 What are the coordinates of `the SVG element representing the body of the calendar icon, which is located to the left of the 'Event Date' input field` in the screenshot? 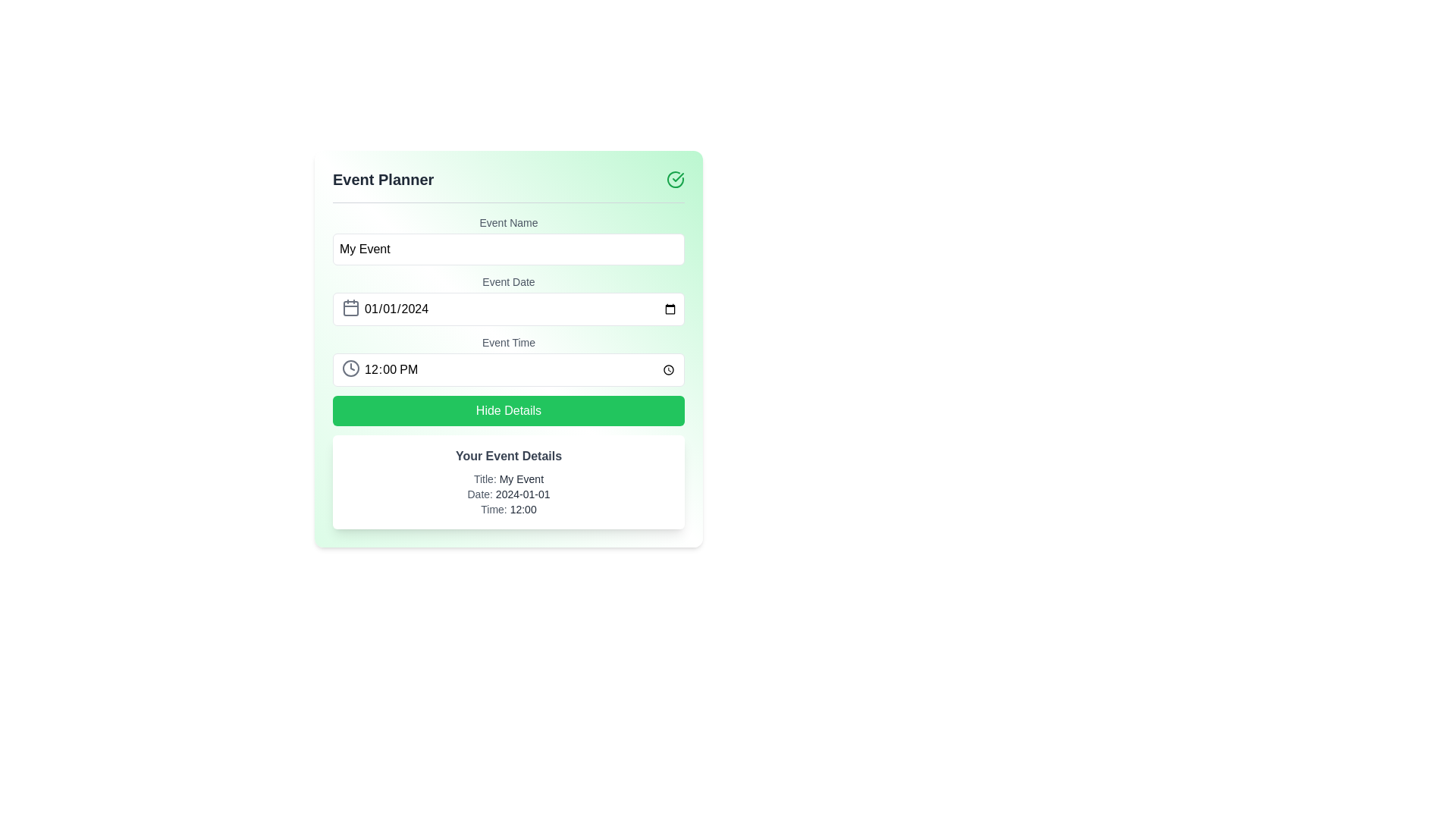 It's located at (350, 308).